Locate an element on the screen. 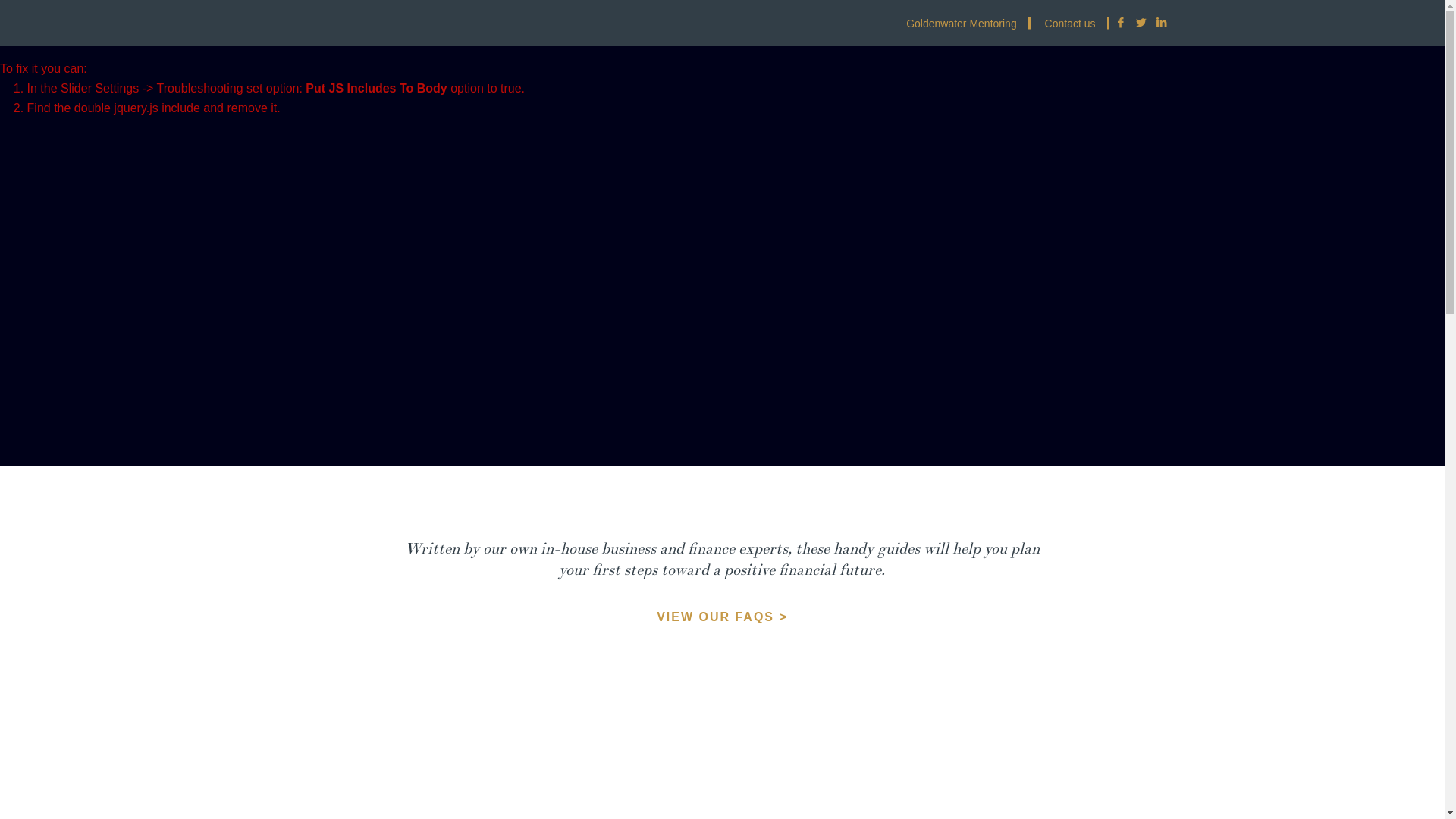 This screenshot has width=1456, height=819. 'Facebook' is located at coordinates (1121, 22).